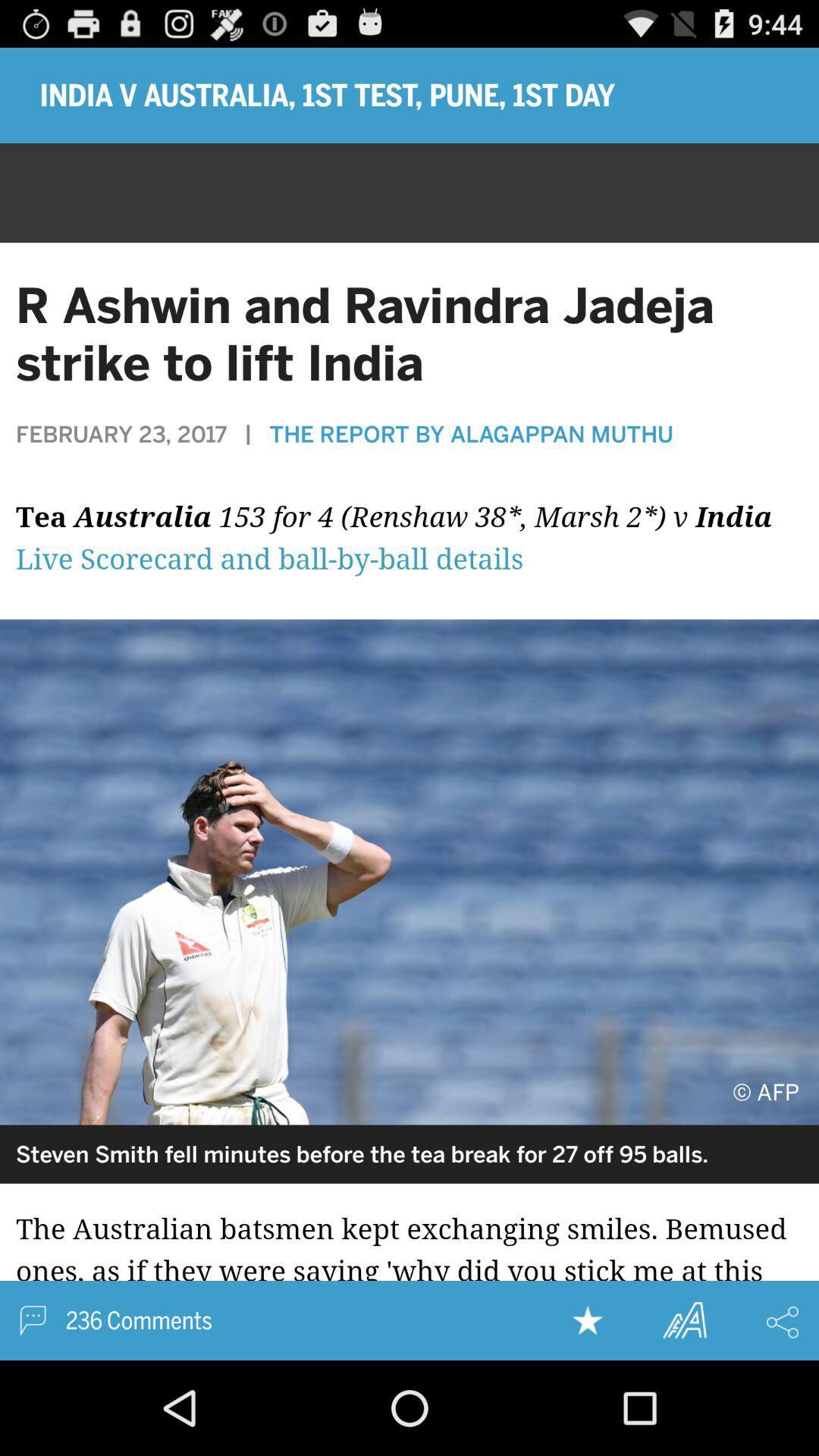 The image size is (819, 1456). I want to click on watch live stream, so click(409, 546).